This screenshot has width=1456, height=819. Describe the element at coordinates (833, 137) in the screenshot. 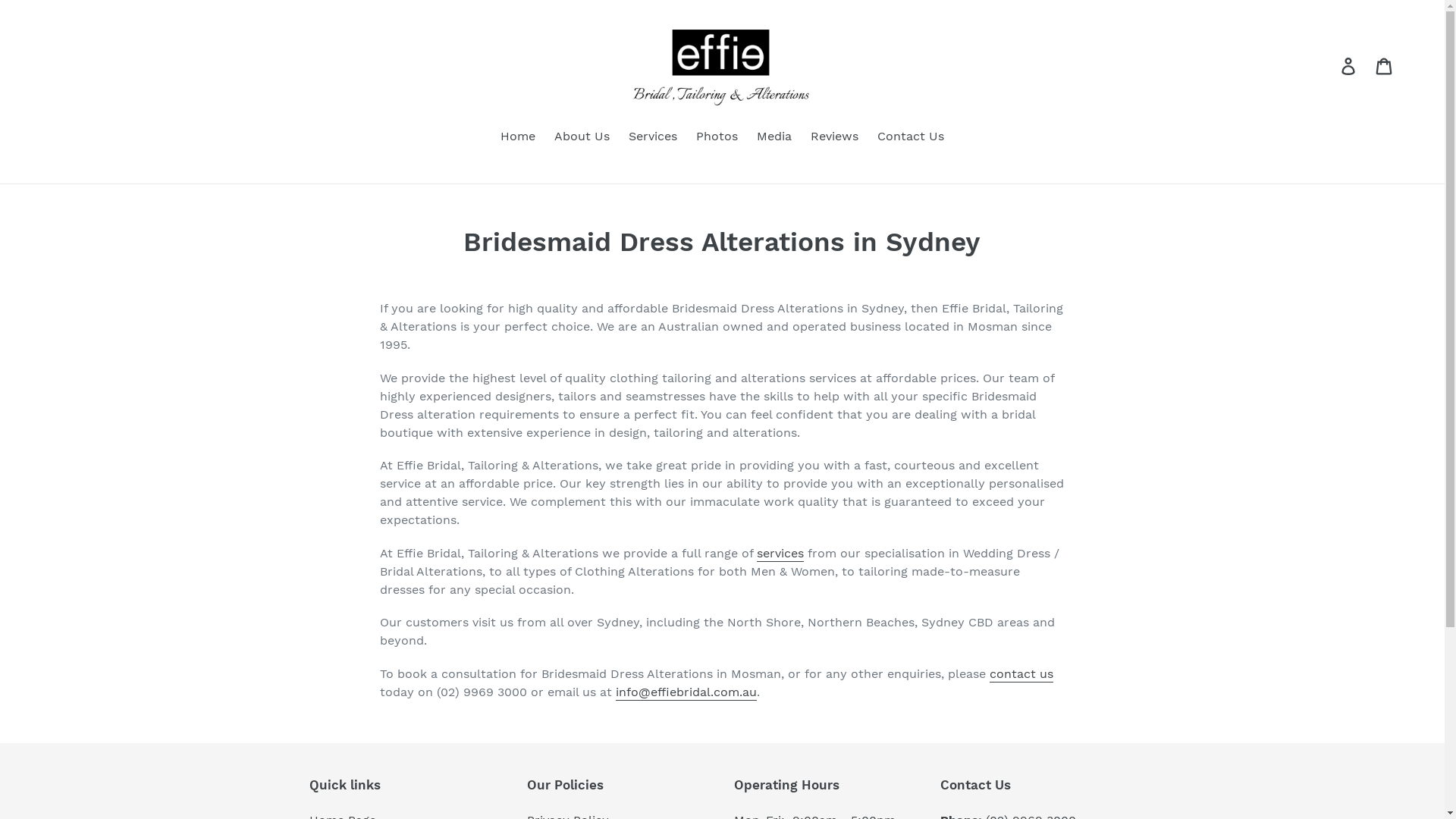

I see `'Reviews'` at that location.